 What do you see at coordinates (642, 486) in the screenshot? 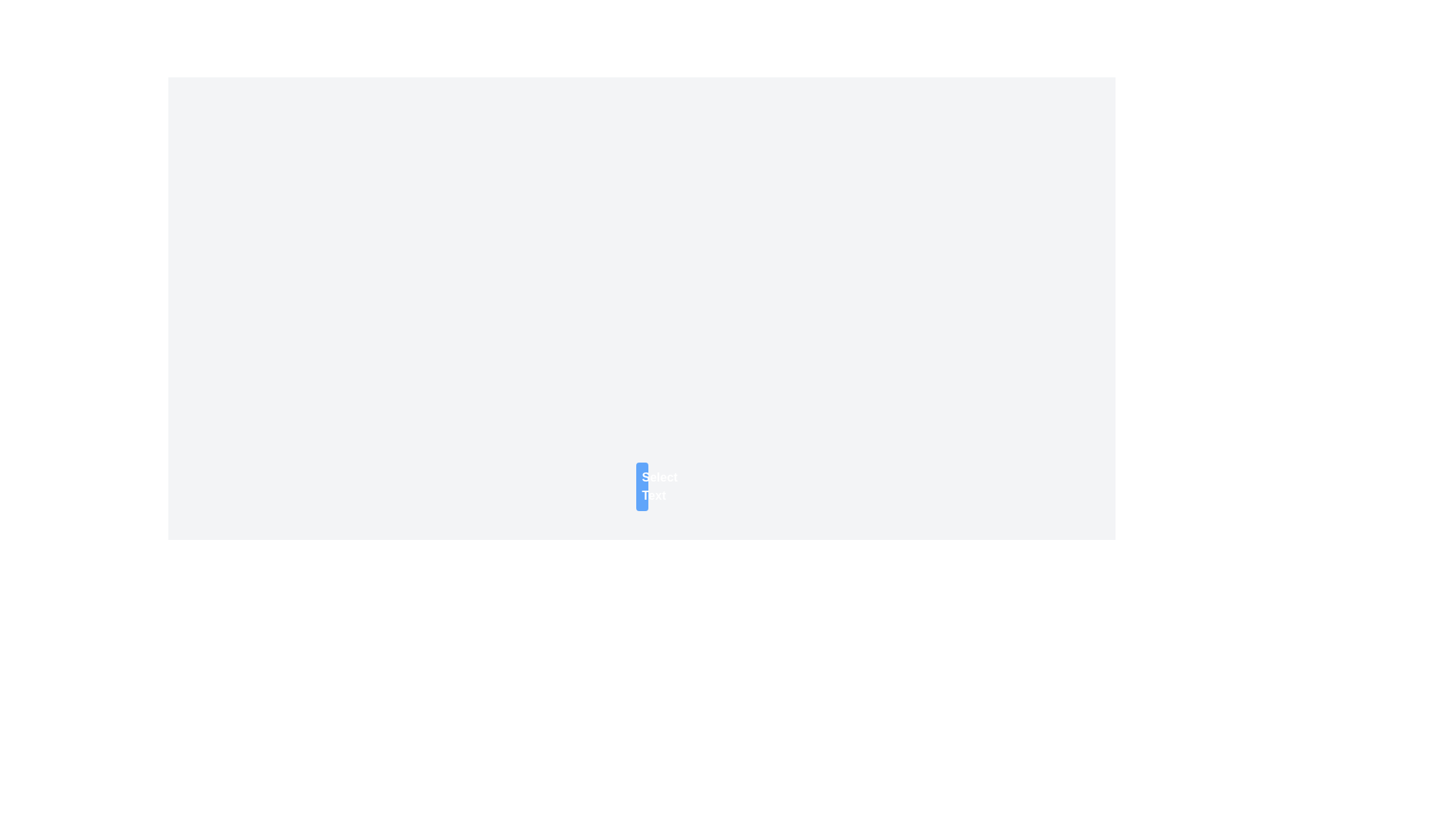
I see `the button labeled for selecting or triggering an action related to text, positioned near the center of the page with a light gray background` at bounding box center [642, 486].